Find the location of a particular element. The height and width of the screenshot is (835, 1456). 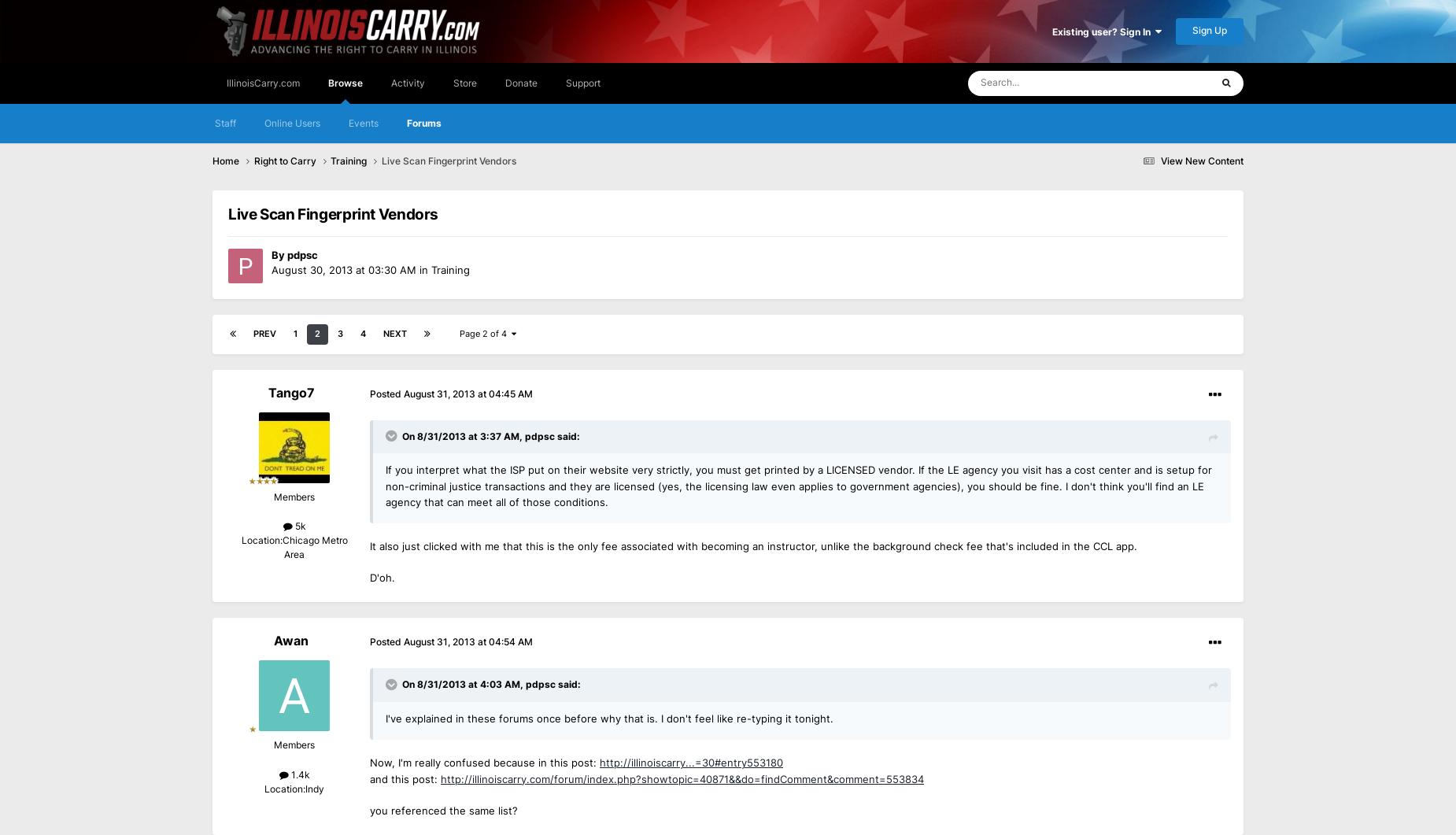

'August 30, 2013 at 03:30  AM' is located at coordinates (342, 268).